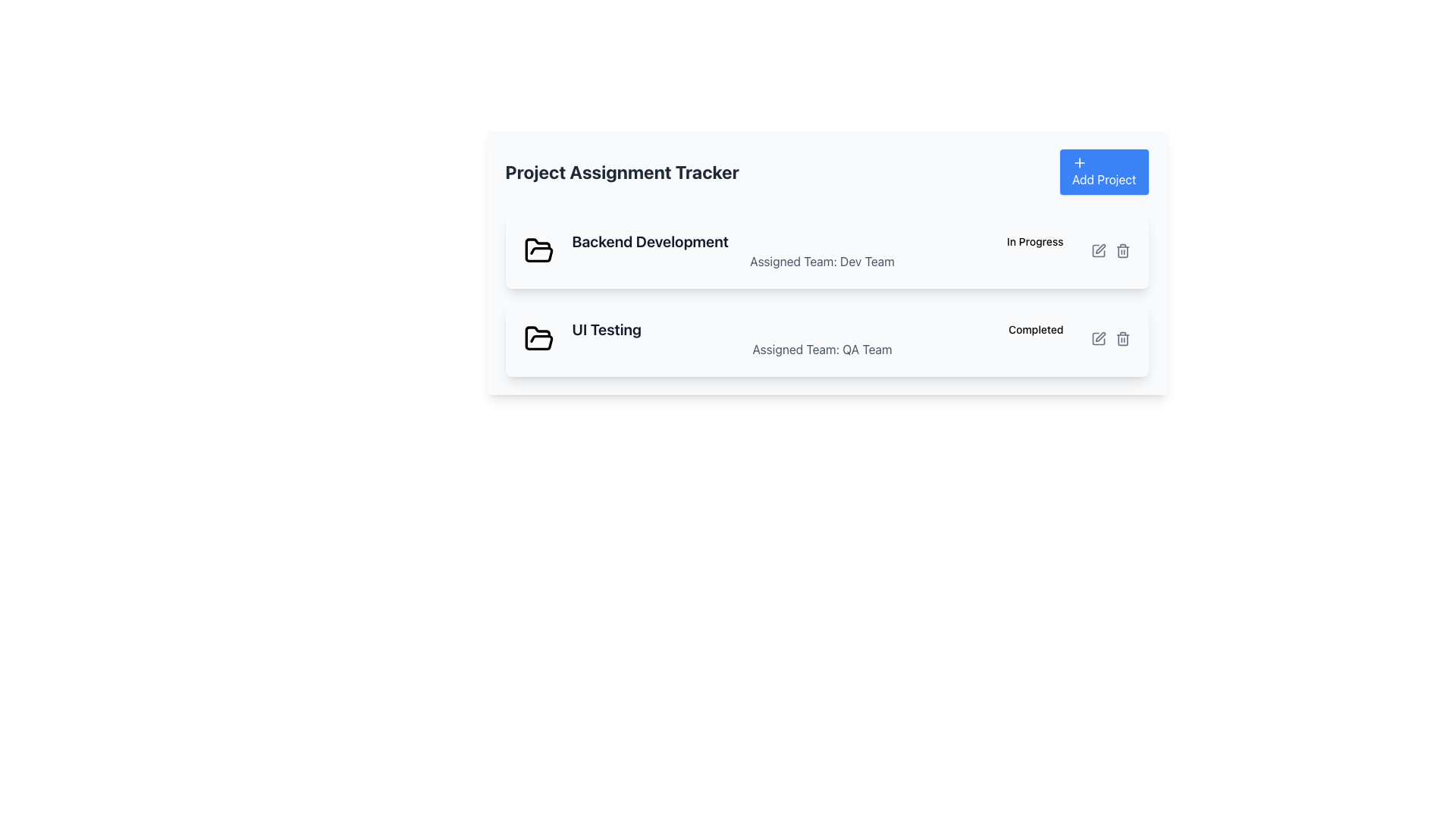 Image resolution: width=1456 pixels, height=819 pixels. I want to click on the Text Label that serves as the title for the 'Backend Development' project section, located in the upper portion of the card labeled 'Backend Development', so click(650, 241).